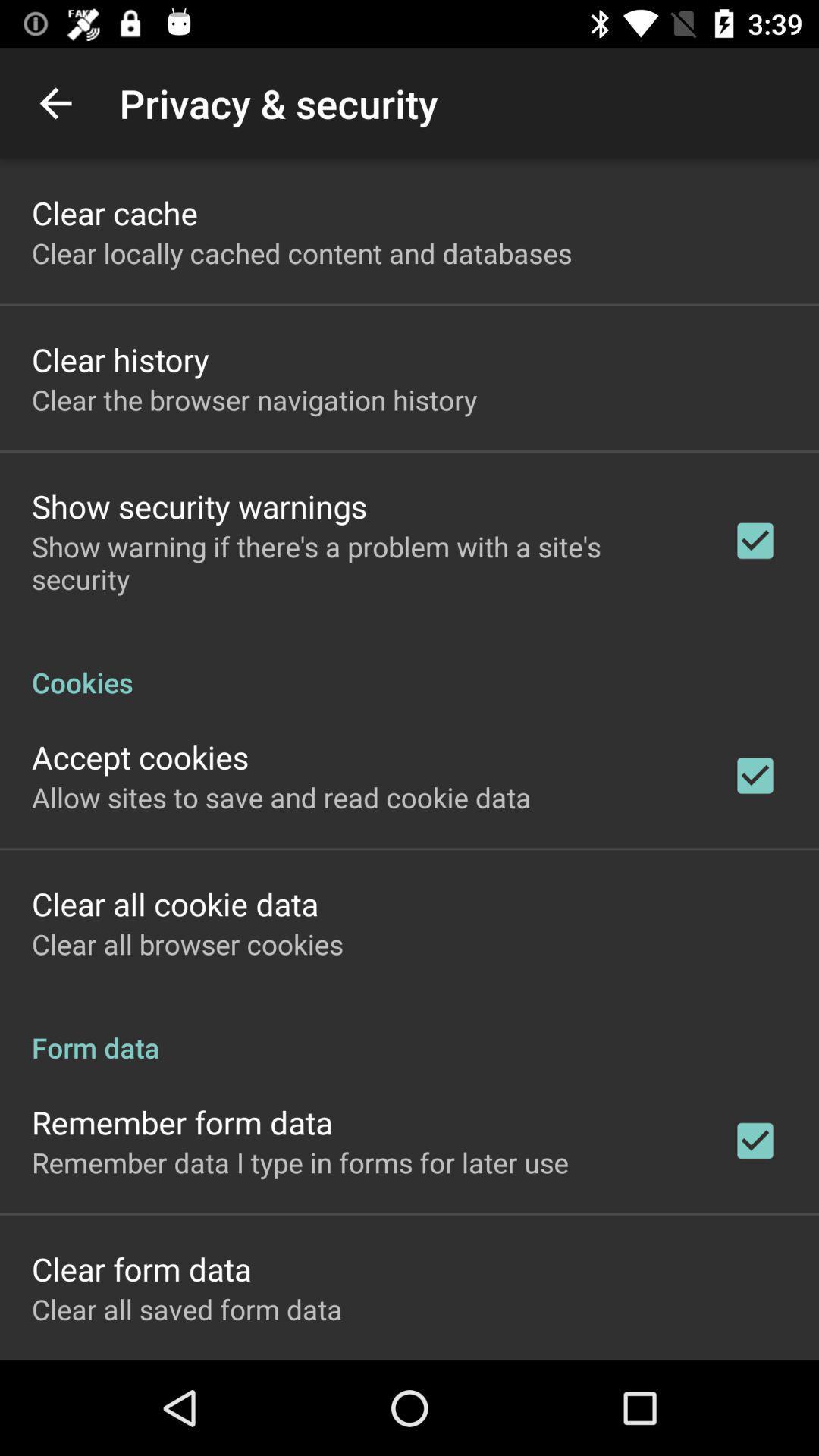  I want to click on the icon below show security warnings app, so click(362, 562).